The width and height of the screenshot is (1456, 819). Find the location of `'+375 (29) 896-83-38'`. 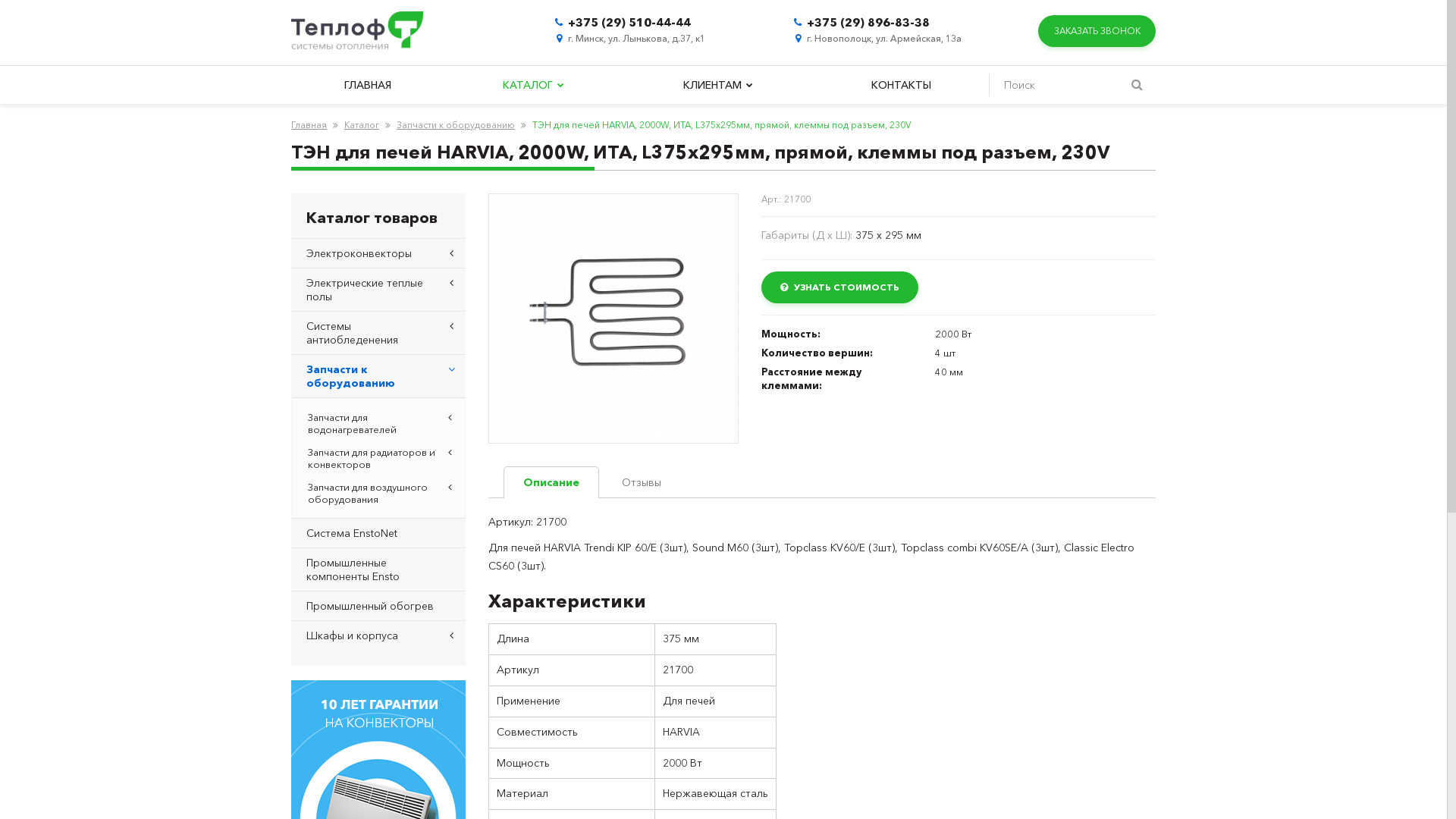

'+375 (29) 896-83-38' is located at coordinates (868, 22).